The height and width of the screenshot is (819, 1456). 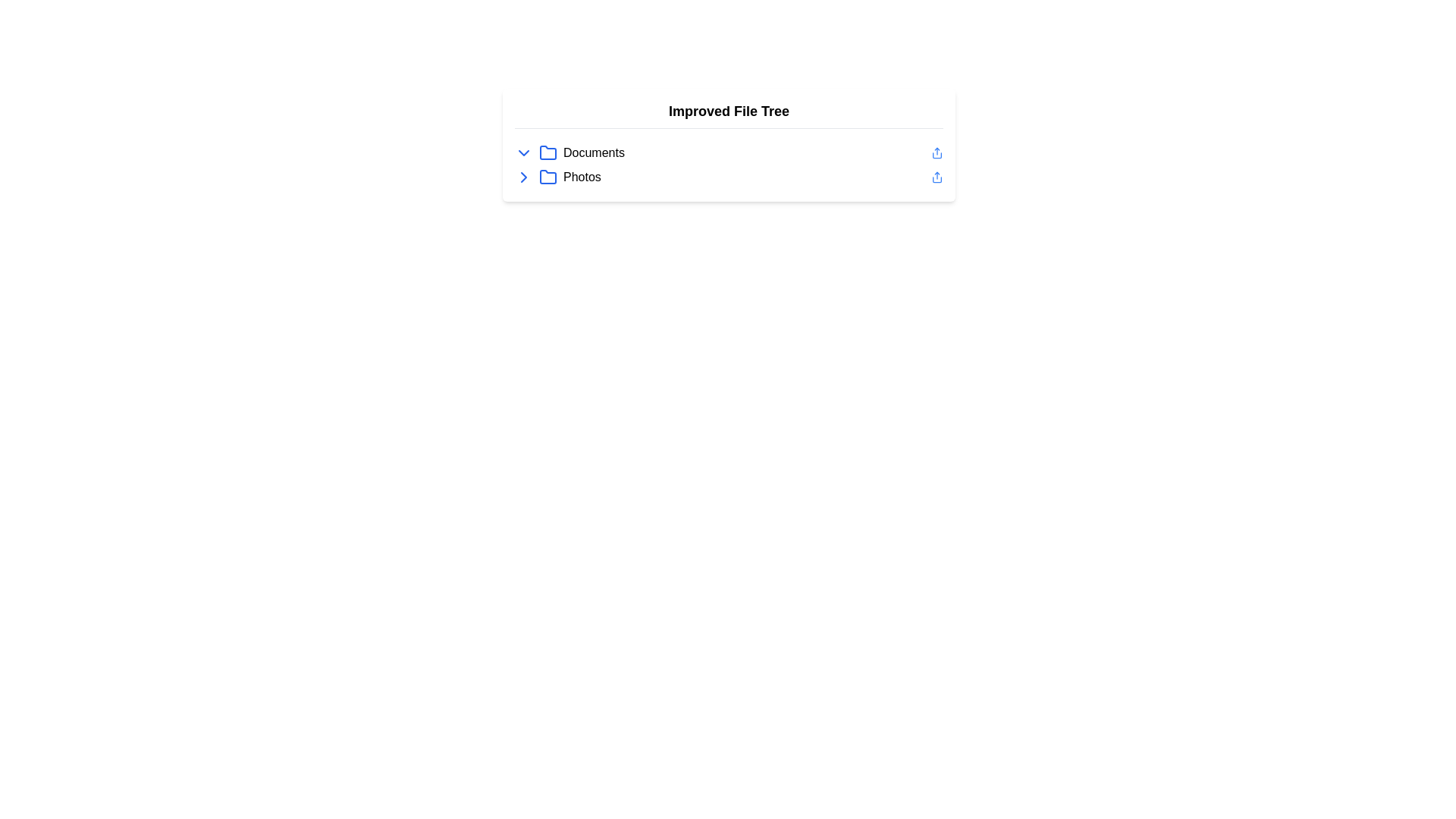 What do you see at coordinates (548, 177) in the screenshot?
I see `the folder icon representing 'Photos' in the file tree` at bounding box center [548, 177].